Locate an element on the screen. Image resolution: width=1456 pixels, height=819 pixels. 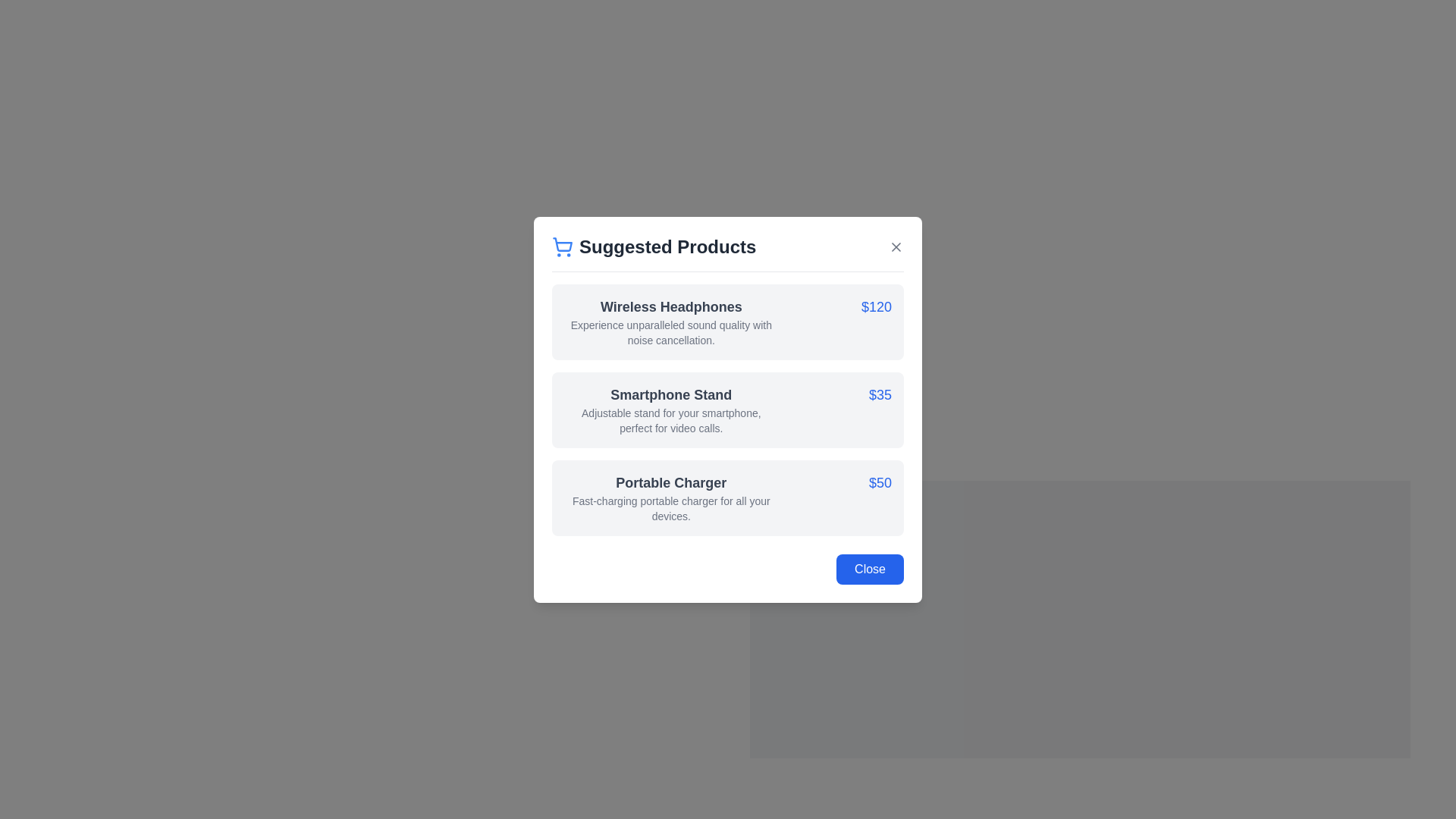
the first product card displaying information for 'Wireless Headphones' located in the 'Suggested Products' section of the modal is located at coordinates (728, 321).